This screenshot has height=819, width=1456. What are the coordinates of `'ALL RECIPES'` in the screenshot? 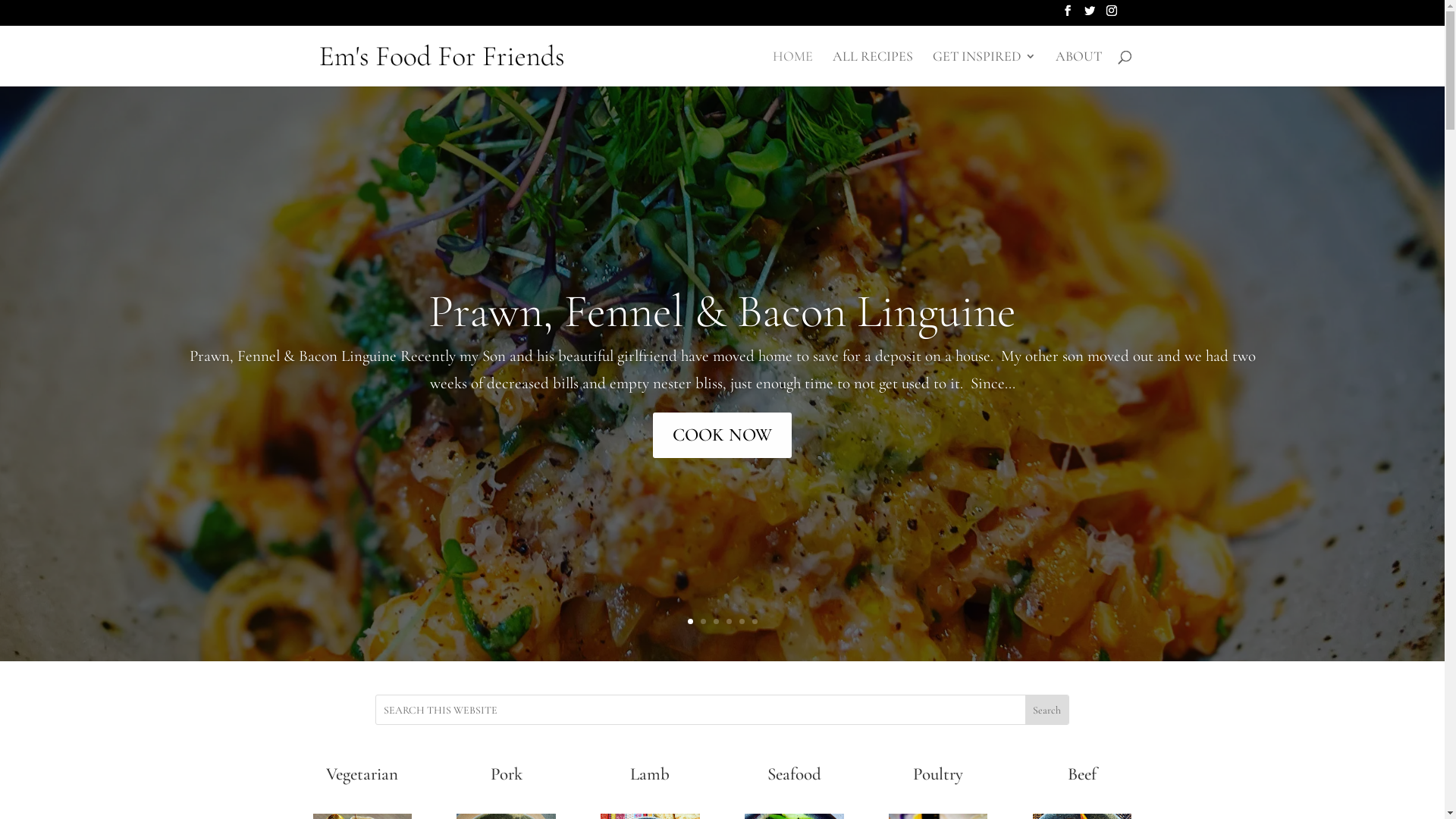 It's located at (832, 67).